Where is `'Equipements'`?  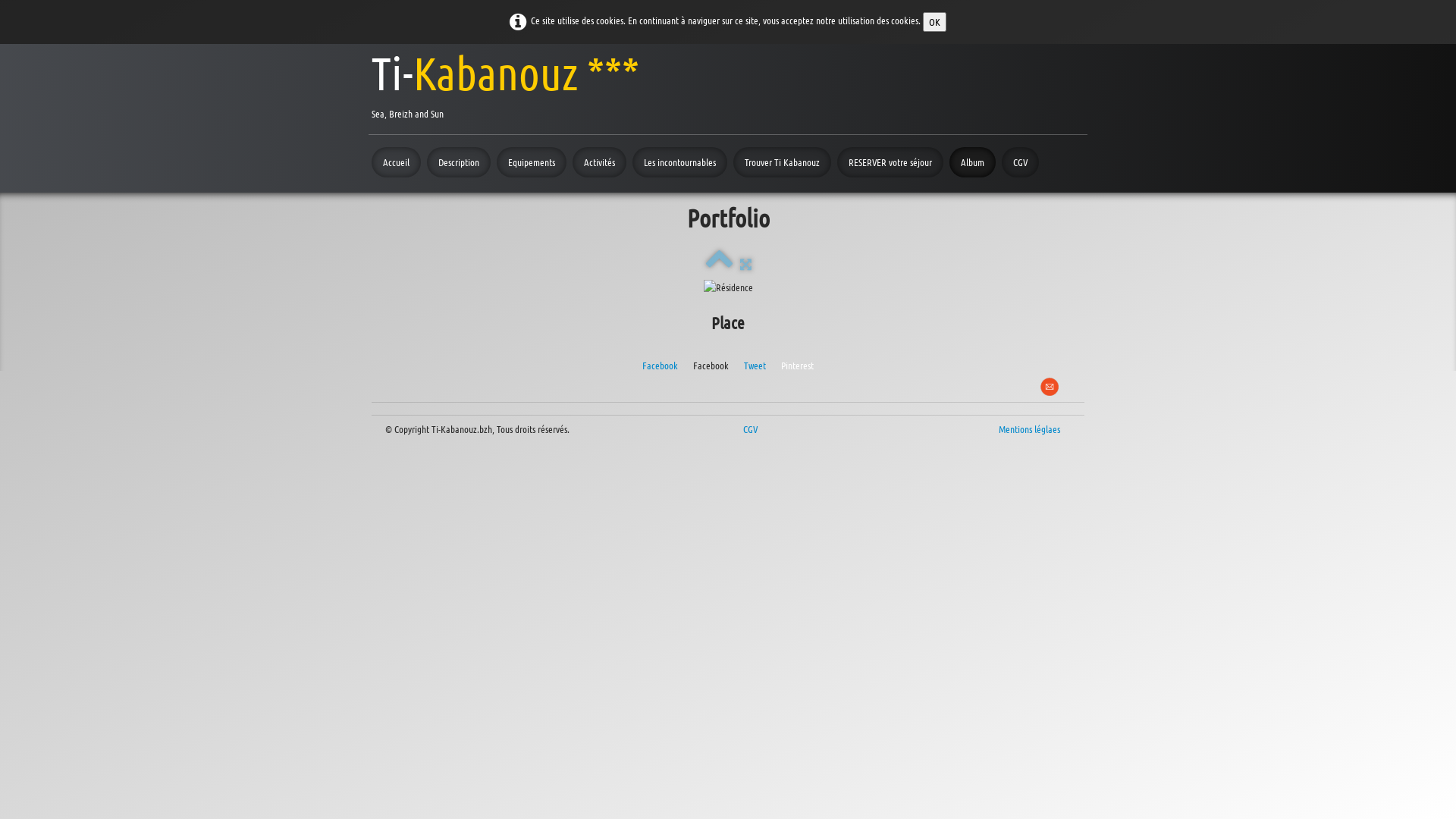 'Equipements' is located at coordinates (531, 162).